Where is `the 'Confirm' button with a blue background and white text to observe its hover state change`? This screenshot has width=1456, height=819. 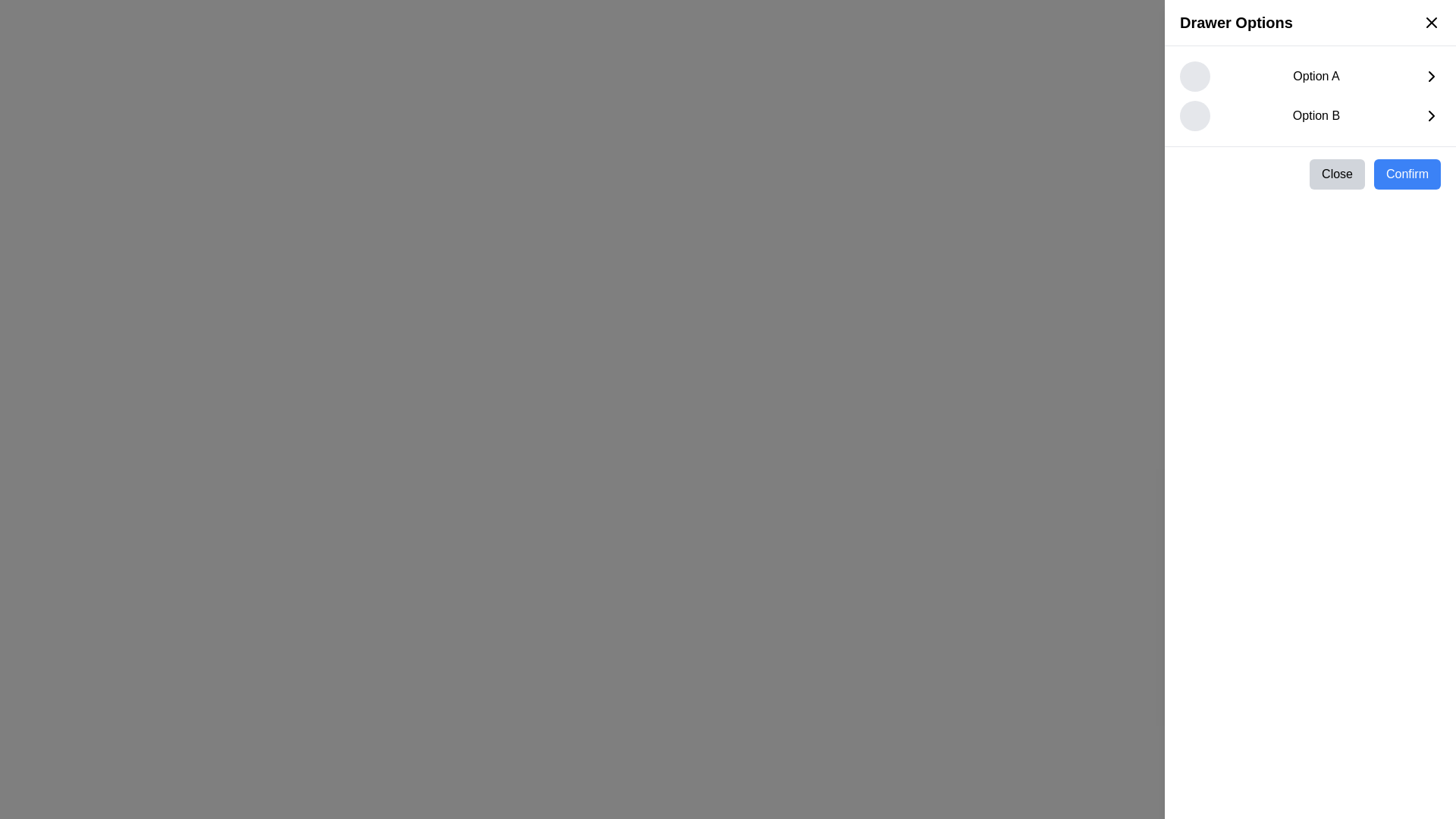 the 'Confirm' button with a blue background and white text to observe its hover state change is located at coordinates (1407, 174).